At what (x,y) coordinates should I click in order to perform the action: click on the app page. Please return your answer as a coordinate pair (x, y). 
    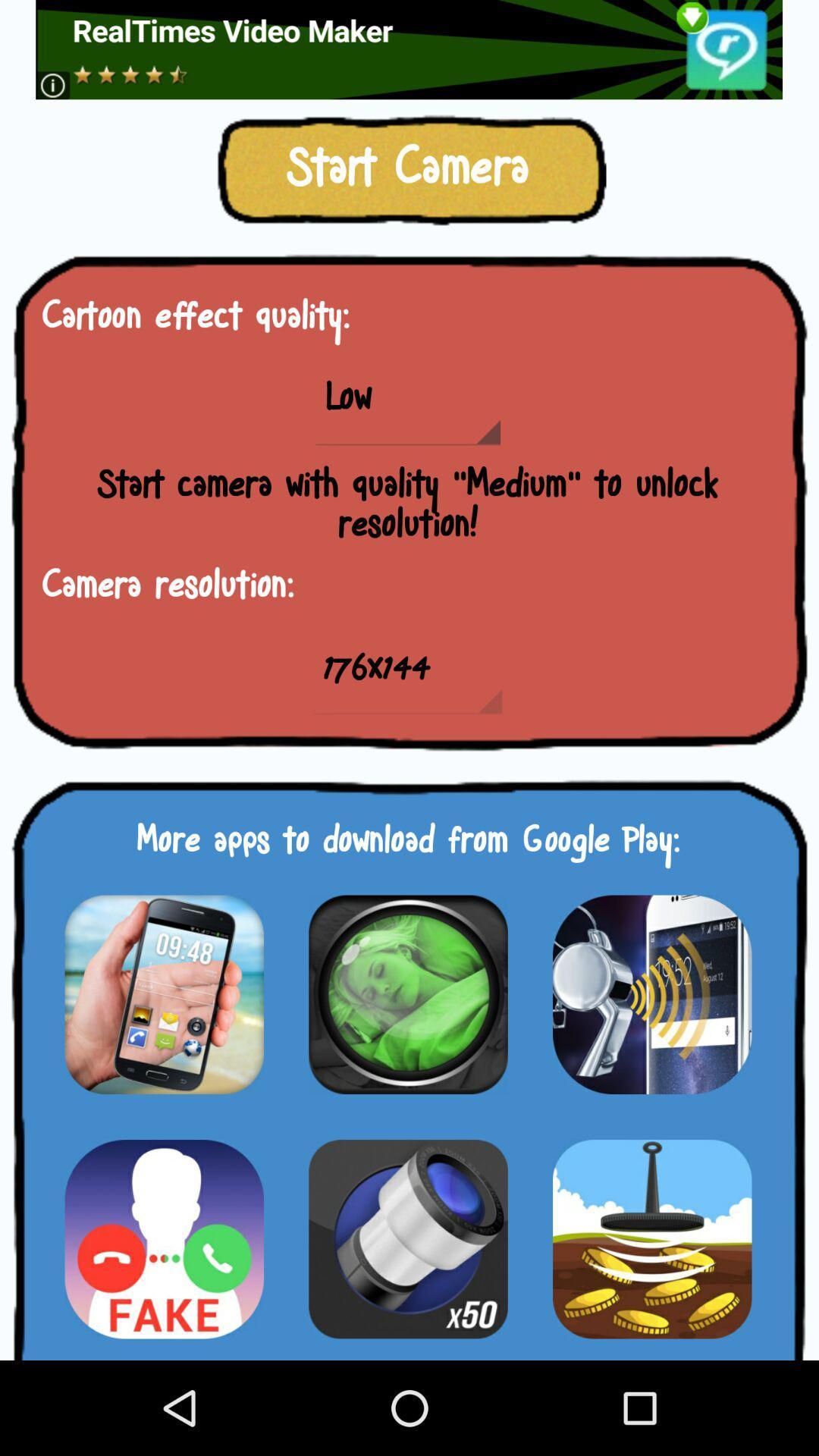
    Looking at the image, I should click on (407, 994).